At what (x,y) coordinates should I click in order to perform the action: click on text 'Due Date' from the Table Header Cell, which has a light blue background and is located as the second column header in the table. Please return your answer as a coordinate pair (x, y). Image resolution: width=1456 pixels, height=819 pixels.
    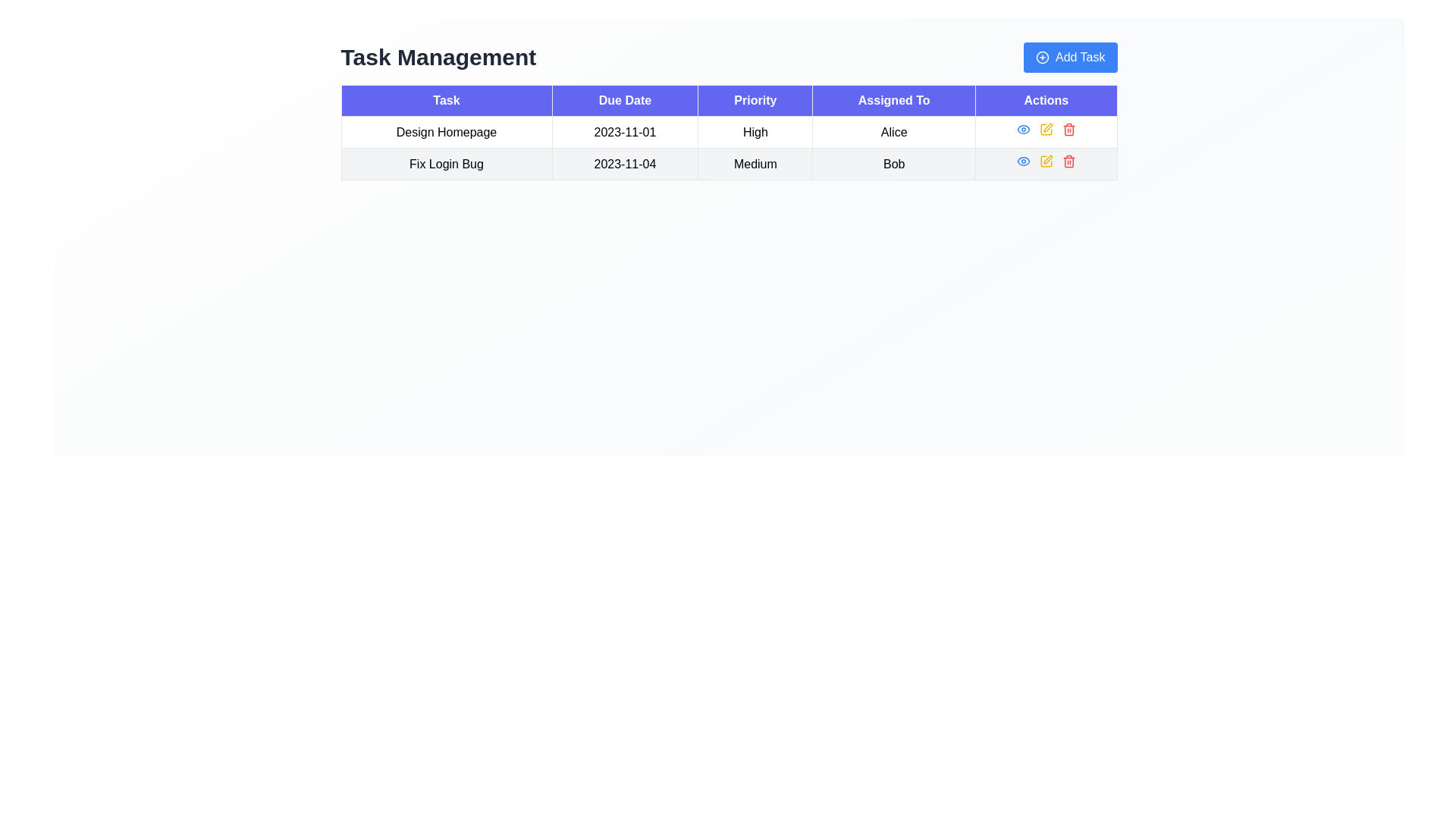
    Looking at the image, I should click on (625, 100).